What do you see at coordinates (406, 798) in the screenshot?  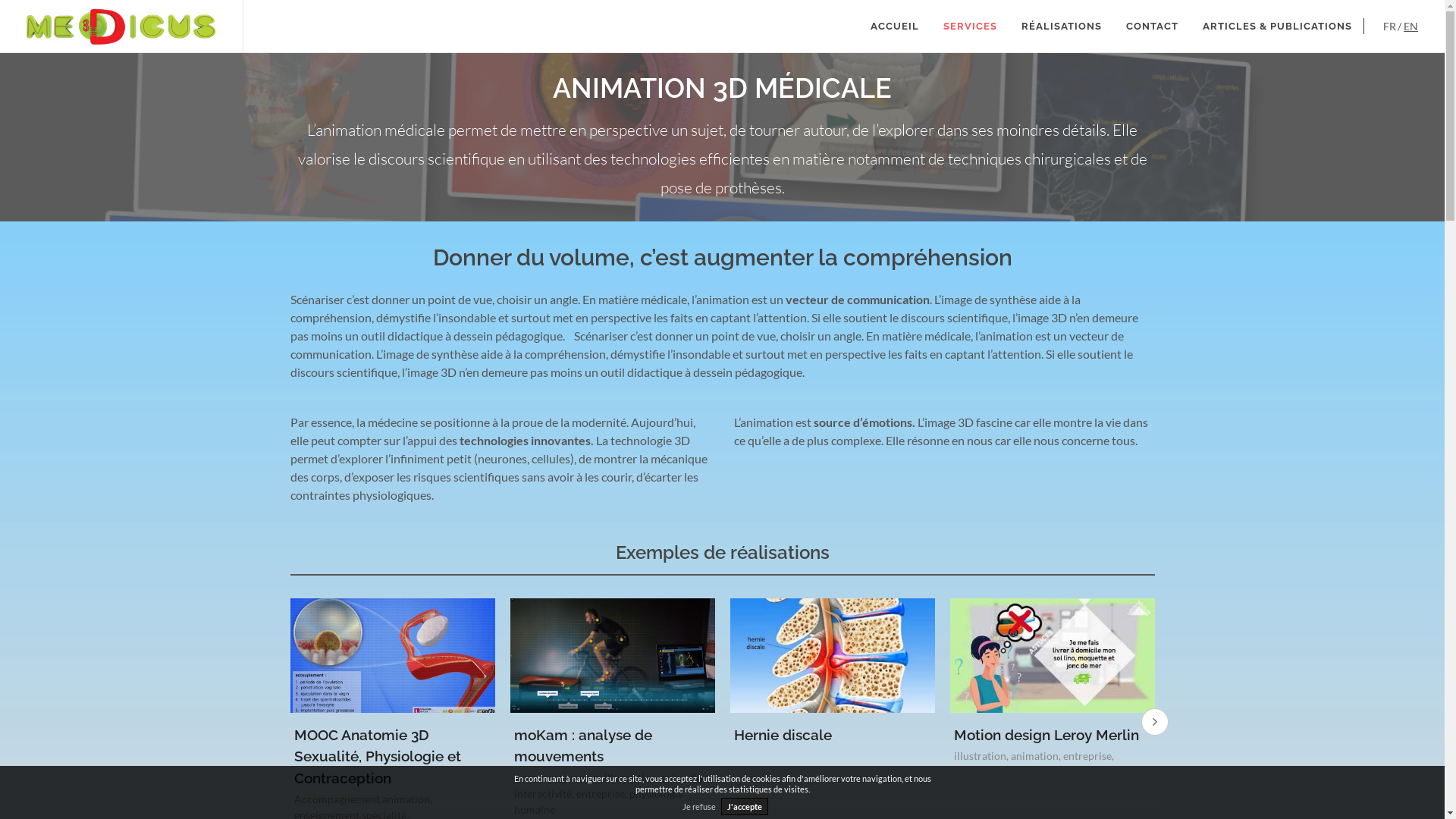 I see `'animation'` at bounding box center [406, 798].